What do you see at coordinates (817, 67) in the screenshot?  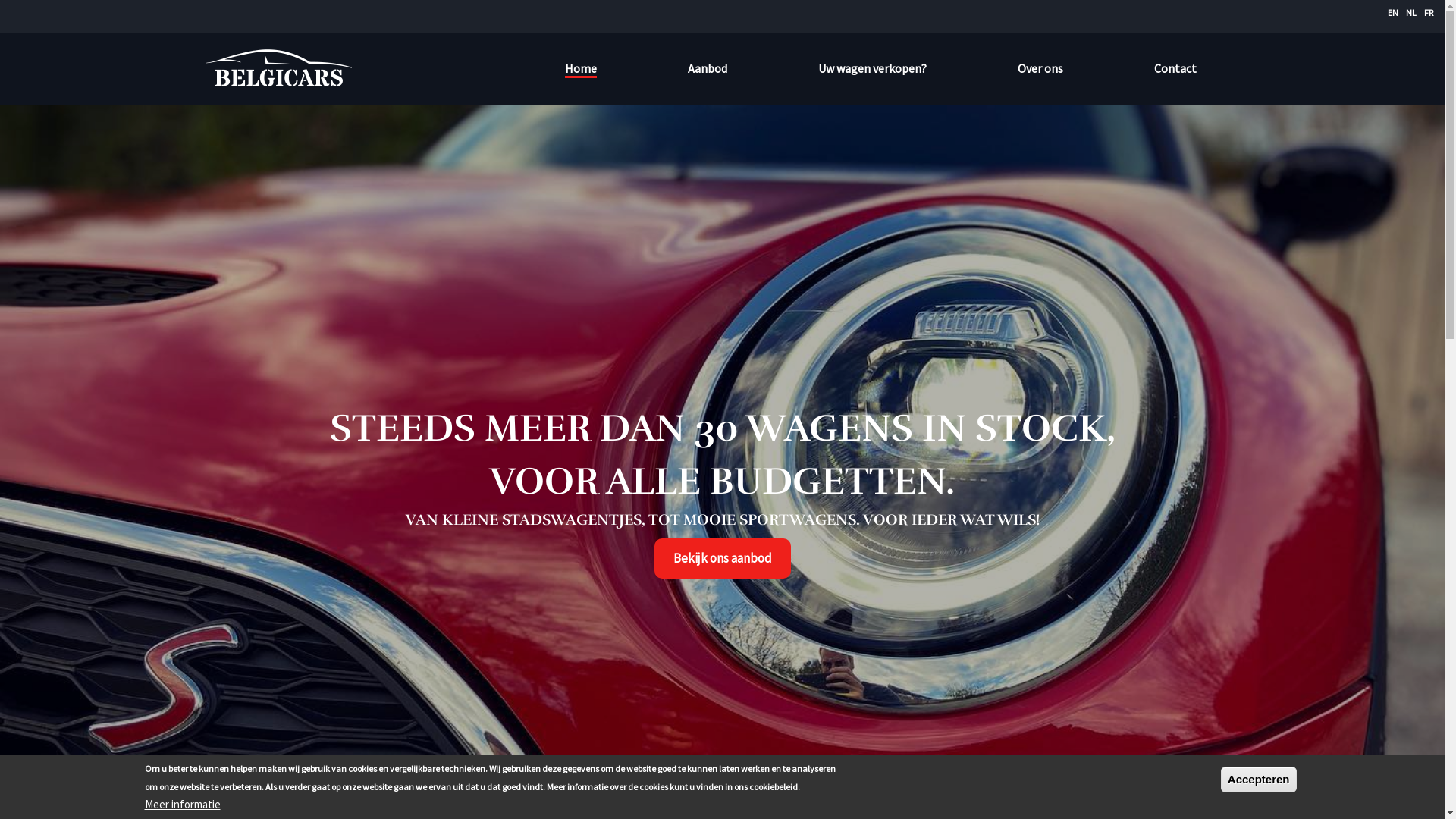 I see `'Uw wagen verkopen?'` at bounding box center [817, 67].